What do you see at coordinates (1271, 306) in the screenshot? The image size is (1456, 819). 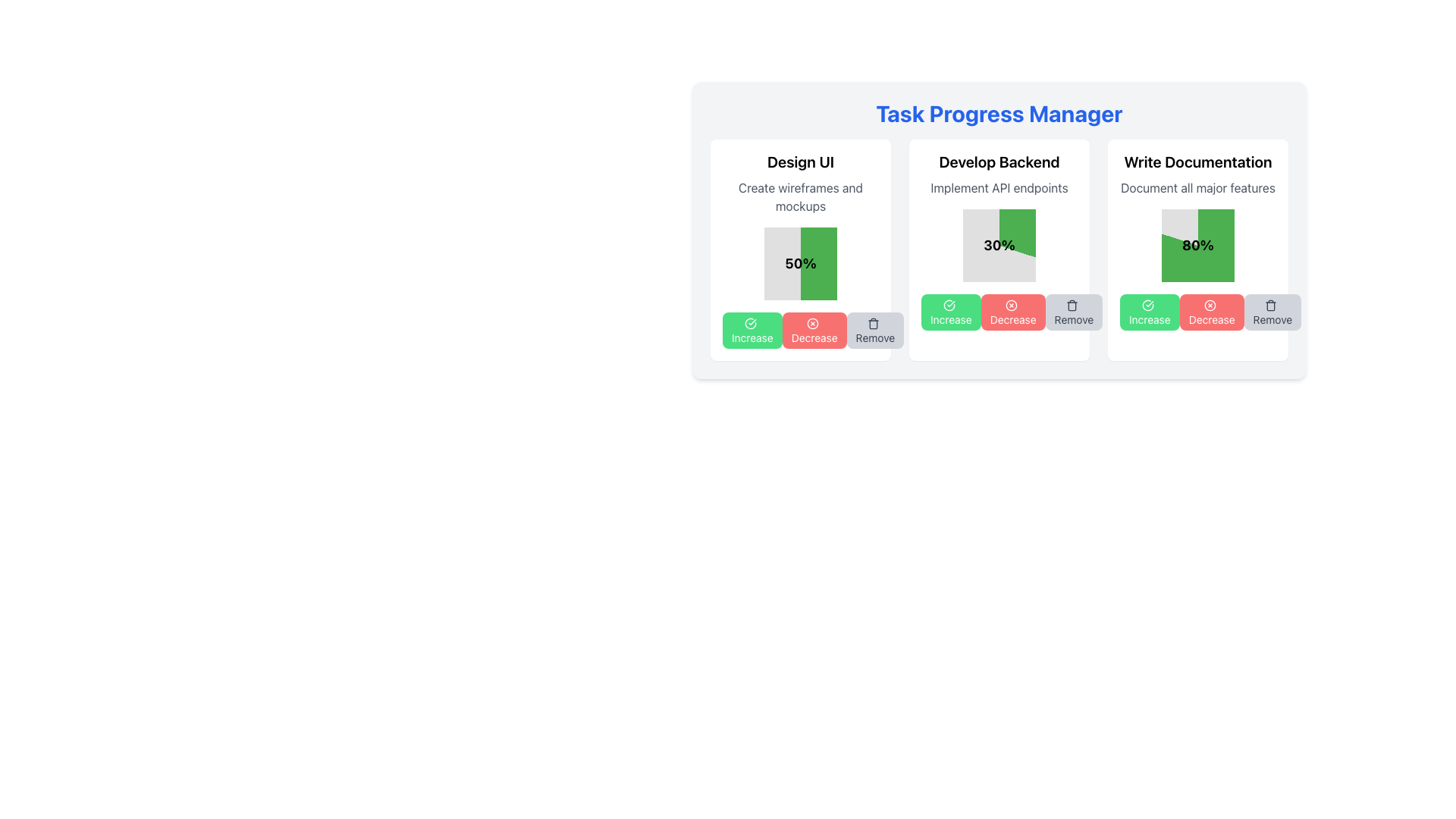 I see `the trash bin icon located at the center of the 'Remove' button in the bottom-right section of the last task card related to 'Write Documentation'` at bounding box center [1271, 306].